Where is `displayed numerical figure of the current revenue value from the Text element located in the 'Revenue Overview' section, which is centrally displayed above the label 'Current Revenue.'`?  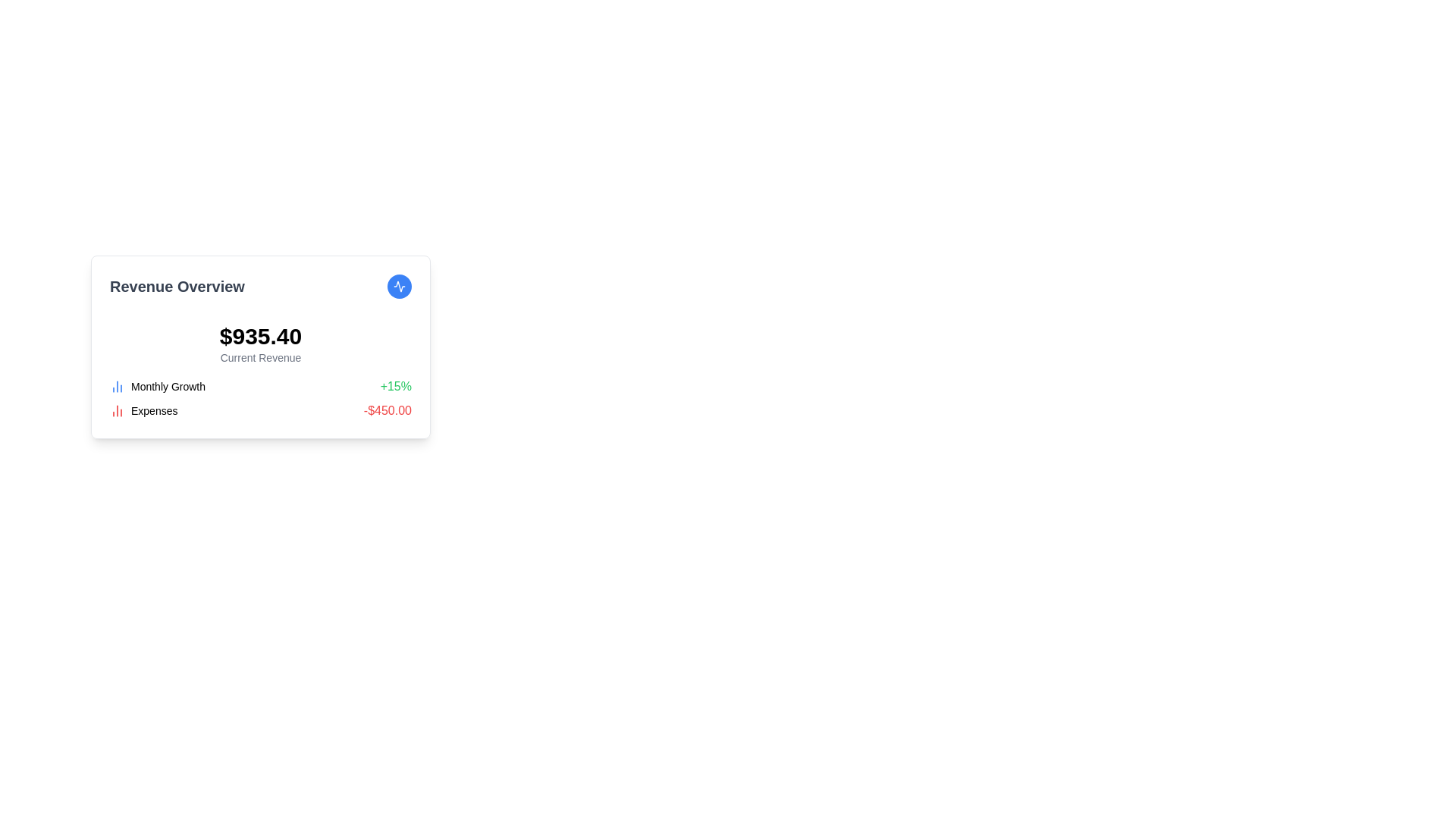 displayed numerical figure of the current revenue value from the Text element located in the 'Revenue Overview' section, which is centrally displayed above the label 'Current Revenue.' is located at coordinates (261, 335).